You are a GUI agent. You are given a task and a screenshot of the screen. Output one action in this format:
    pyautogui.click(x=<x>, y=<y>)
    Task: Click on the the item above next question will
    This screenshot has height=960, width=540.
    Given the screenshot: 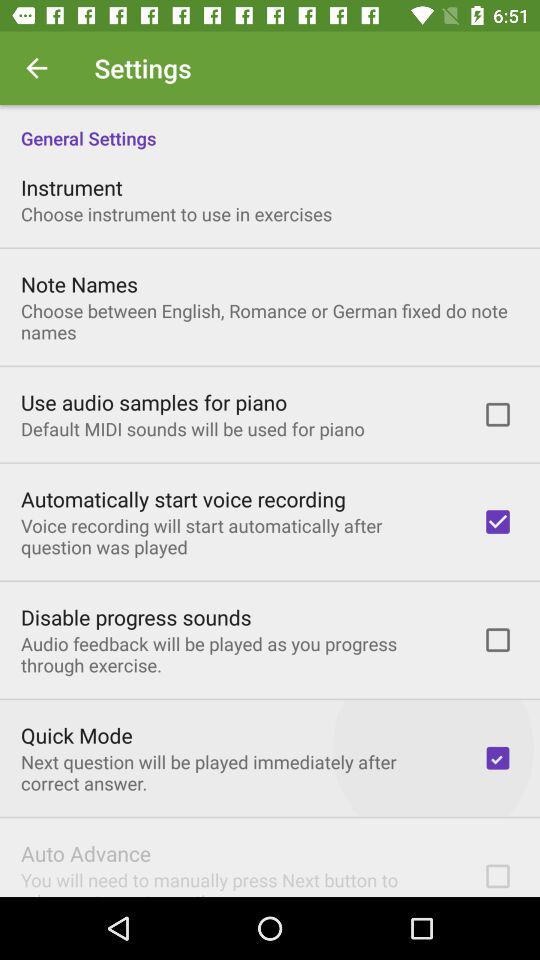 What is the action you would take?
    pyautogui.click(x=75, y=734)
    